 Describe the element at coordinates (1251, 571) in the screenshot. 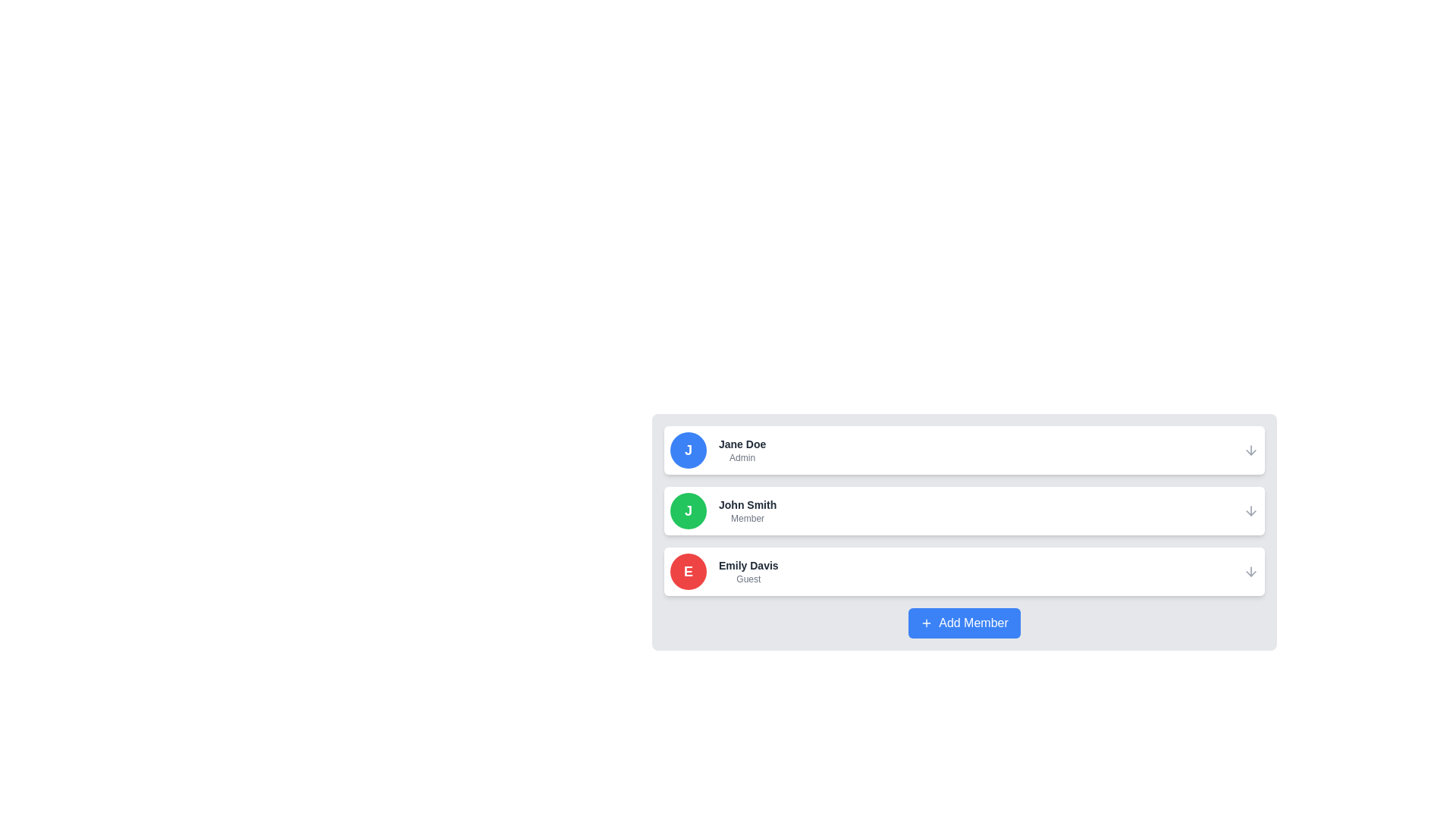

I see `the Dropdown trigger icon located on the far-right side of the Emily Davis member entry` at that location.